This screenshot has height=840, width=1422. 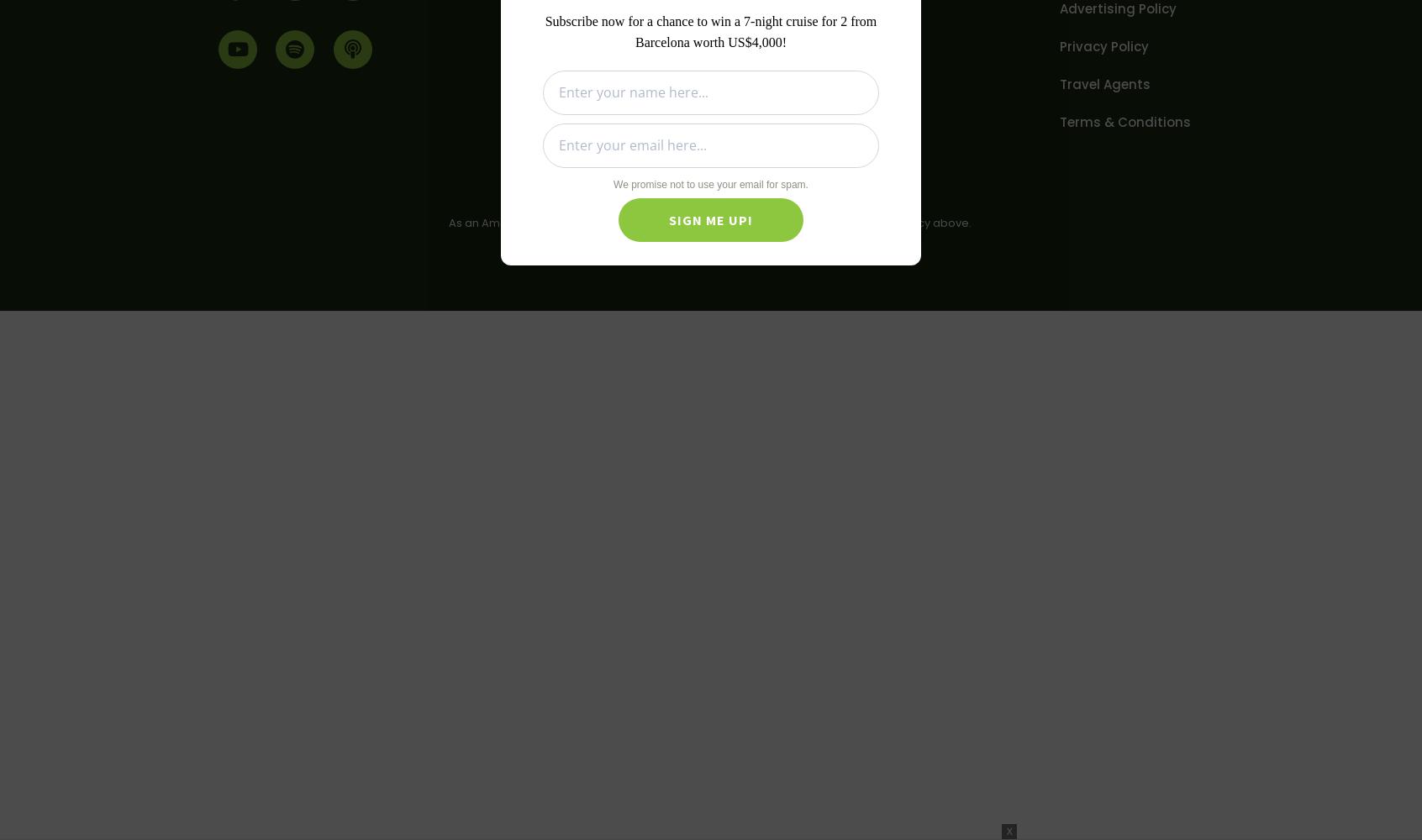 I want to click on 'Newsletter', so click(x=841, y=83).